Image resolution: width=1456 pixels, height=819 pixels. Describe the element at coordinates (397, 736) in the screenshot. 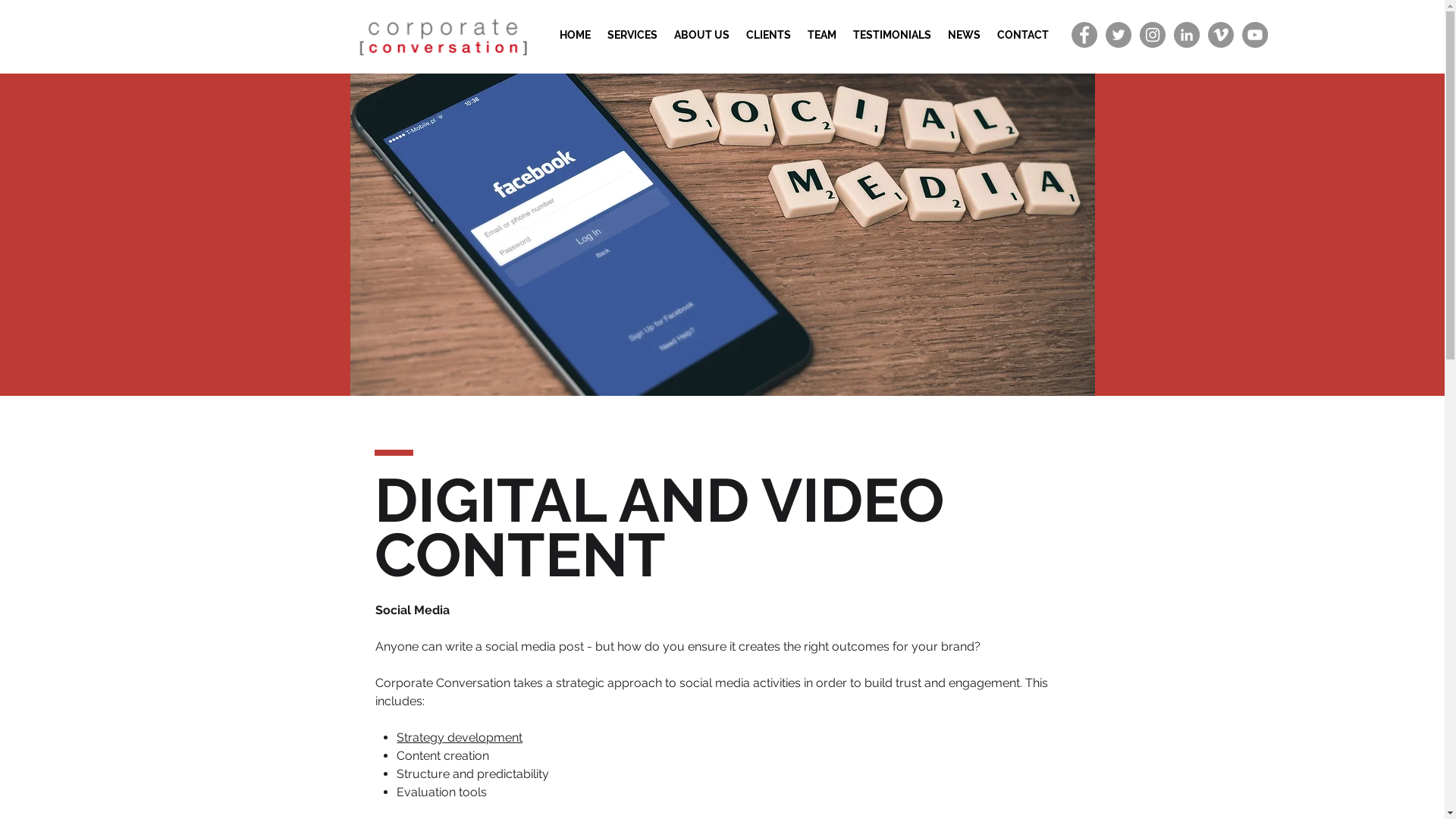

I see `'Strategy development'` at that location.